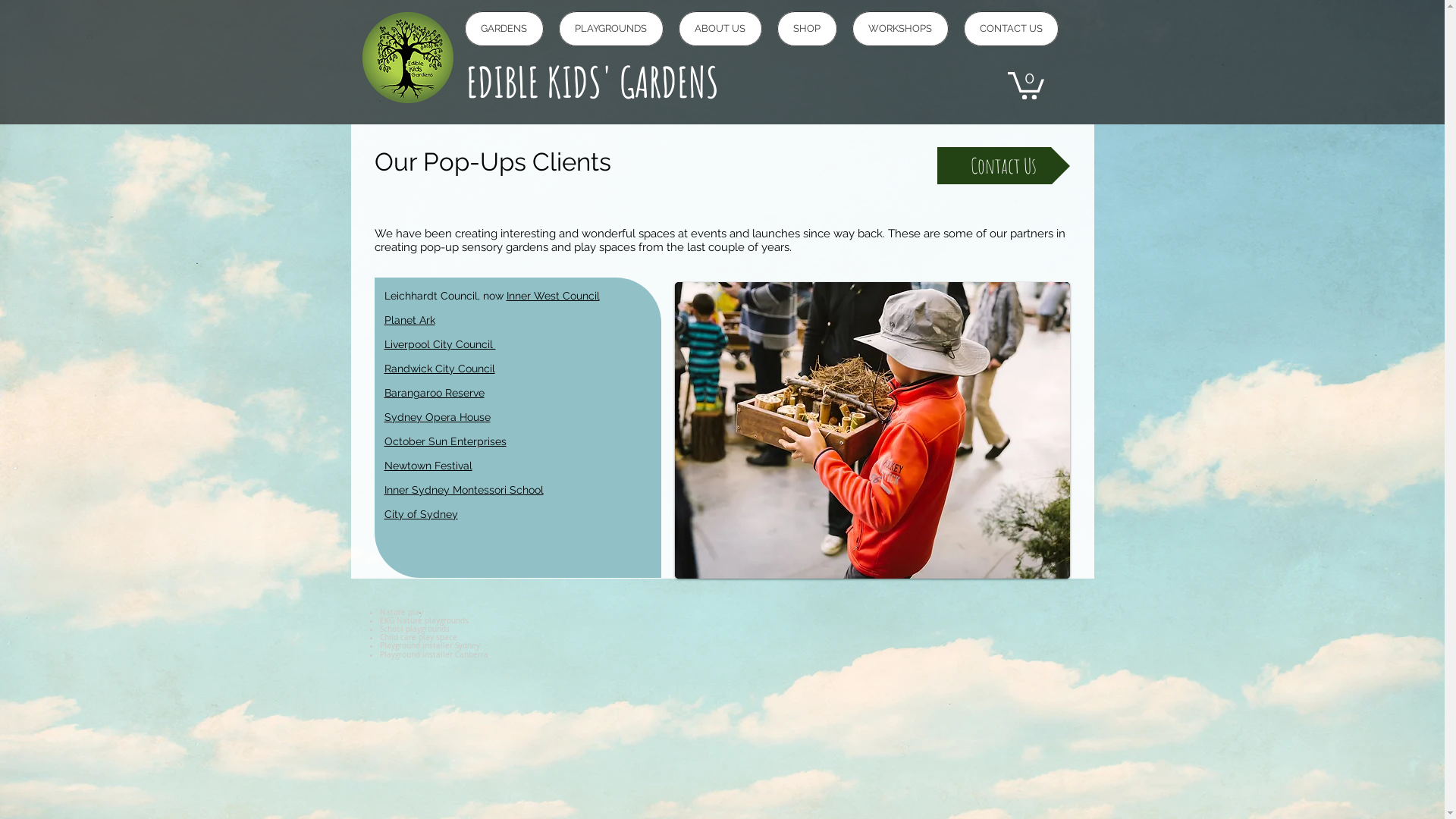  I want to click on 'Liverpool City Council ', so click(438, 344).